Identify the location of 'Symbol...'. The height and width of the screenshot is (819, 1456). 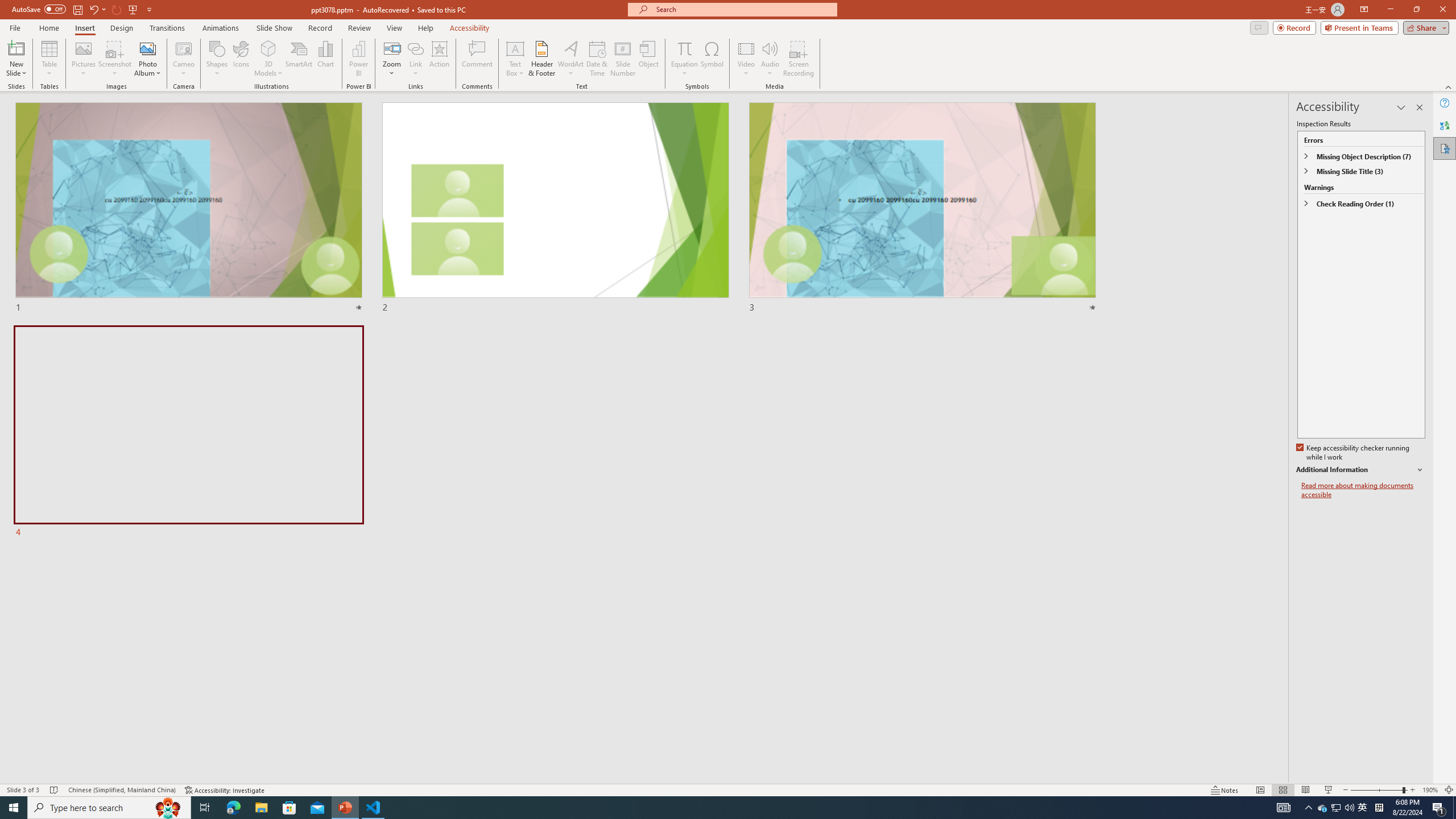
(712, 59).